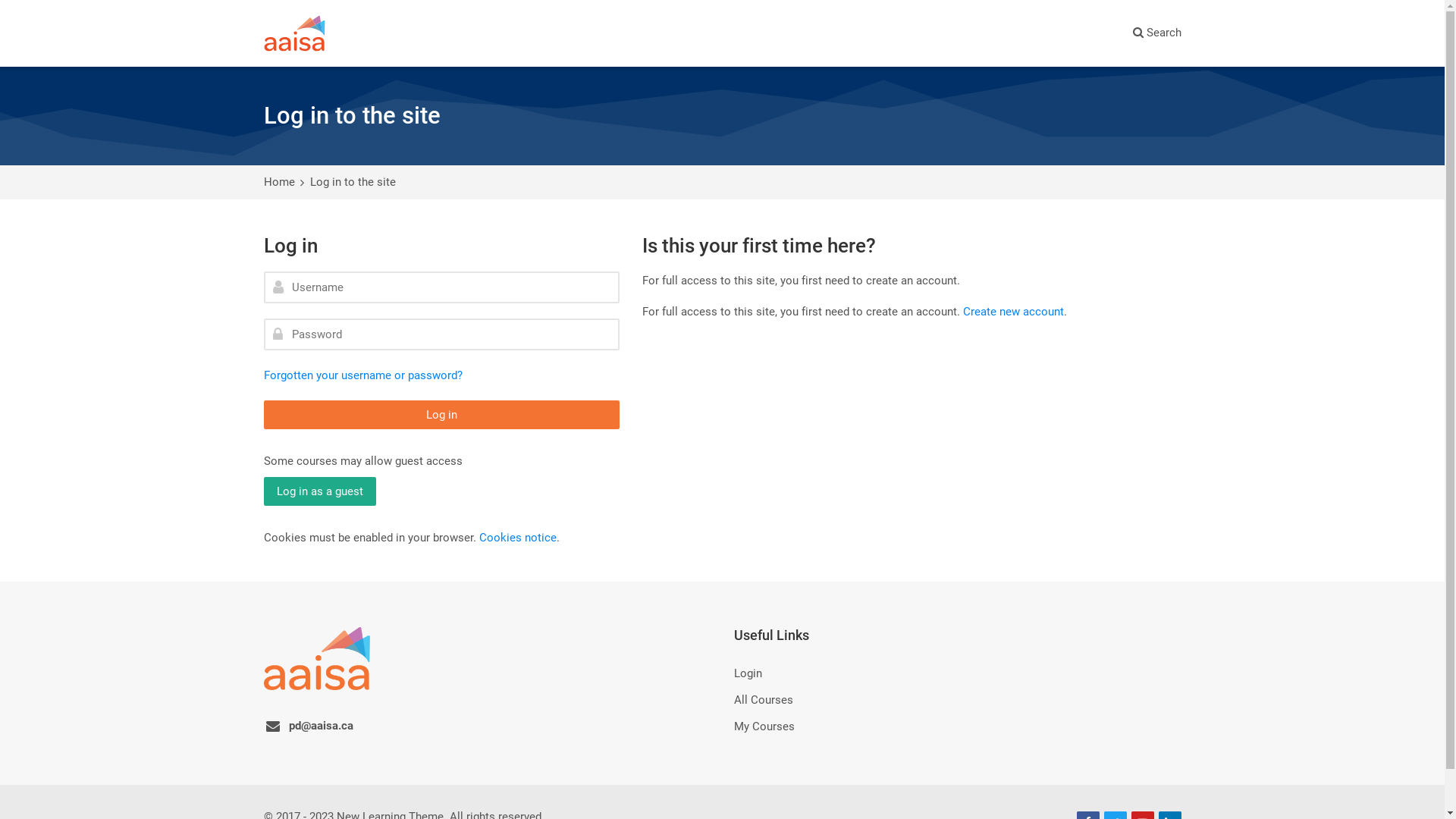 Image resolution: width=1456 pixels, height=819 pixels. I want to click on 'Login', so click(748, 672).